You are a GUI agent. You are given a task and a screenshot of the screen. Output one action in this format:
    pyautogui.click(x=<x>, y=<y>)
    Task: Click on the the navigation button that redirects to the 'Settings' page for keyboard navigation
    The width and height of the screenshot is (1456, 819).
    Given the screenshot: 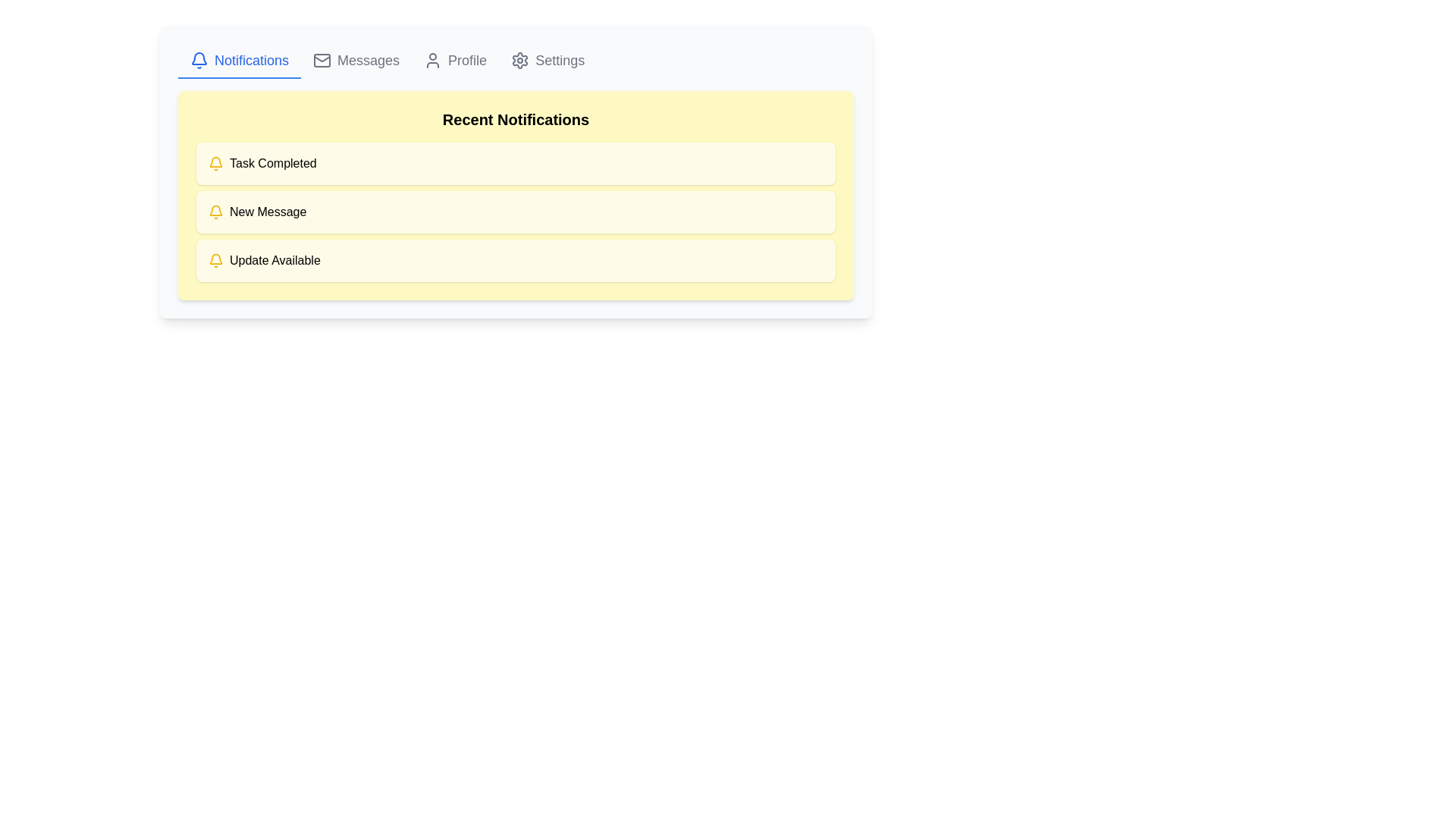 What is the action you would take?
    pyautogui.click(x=547, y=61)
    